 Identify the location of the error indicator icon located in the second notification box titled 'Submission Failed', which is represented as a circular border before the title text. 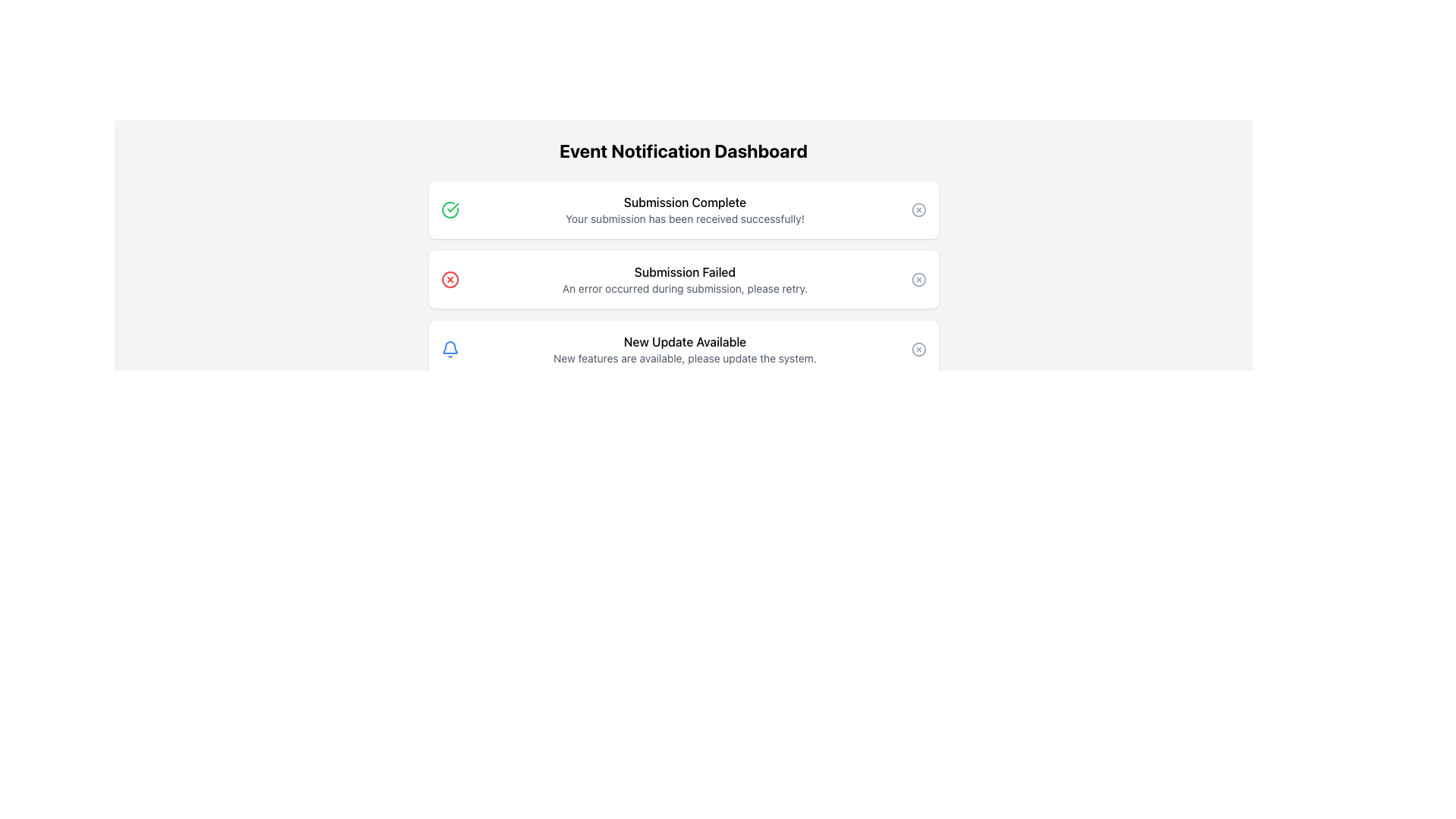
(449, 280).